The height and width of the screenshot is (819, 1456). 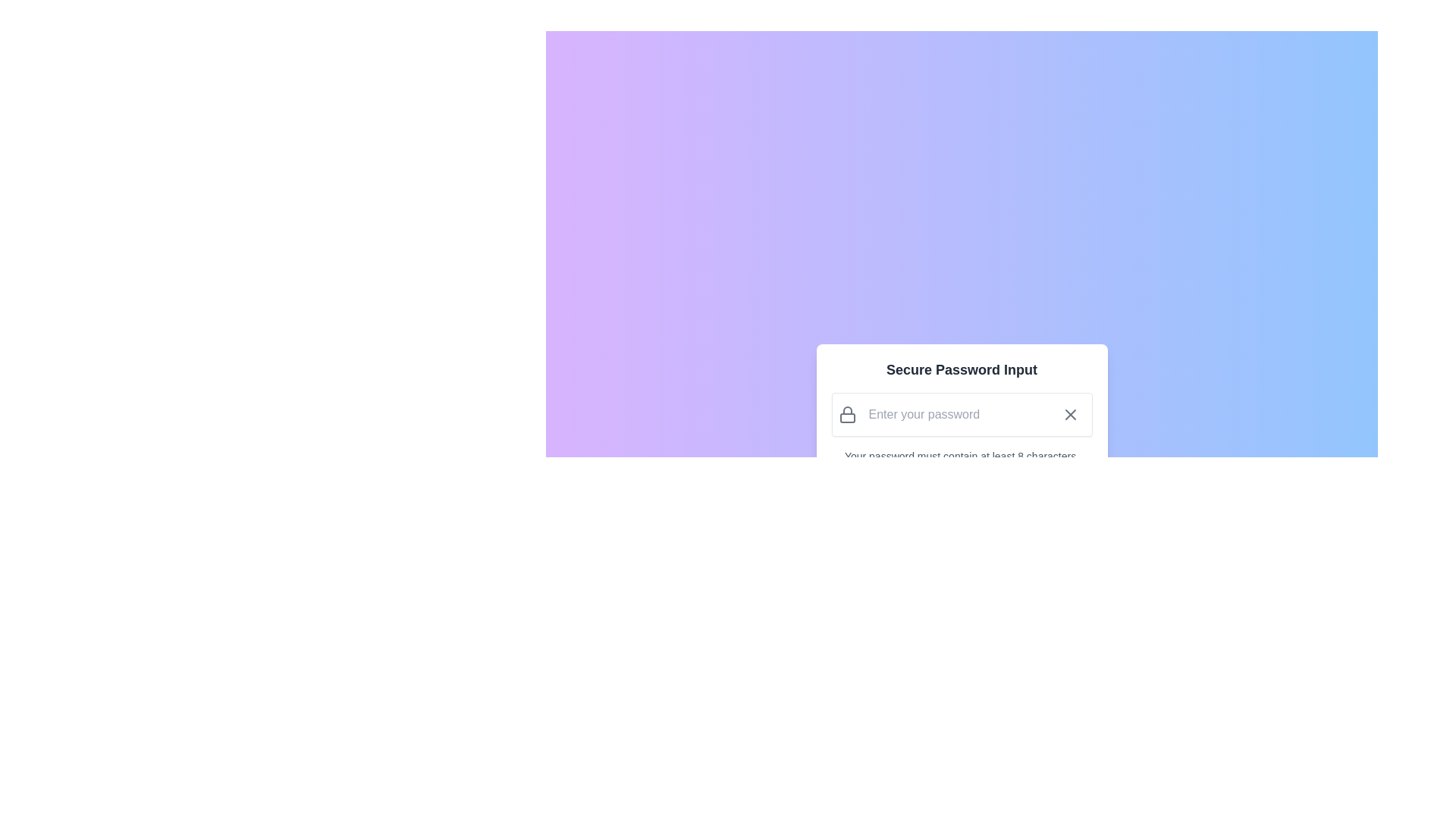 I want to click on the lower part of the lock icon symbol inside the 'Secure Password Input' component, which represents the lock symbol's body, so click(x=846, y=418).